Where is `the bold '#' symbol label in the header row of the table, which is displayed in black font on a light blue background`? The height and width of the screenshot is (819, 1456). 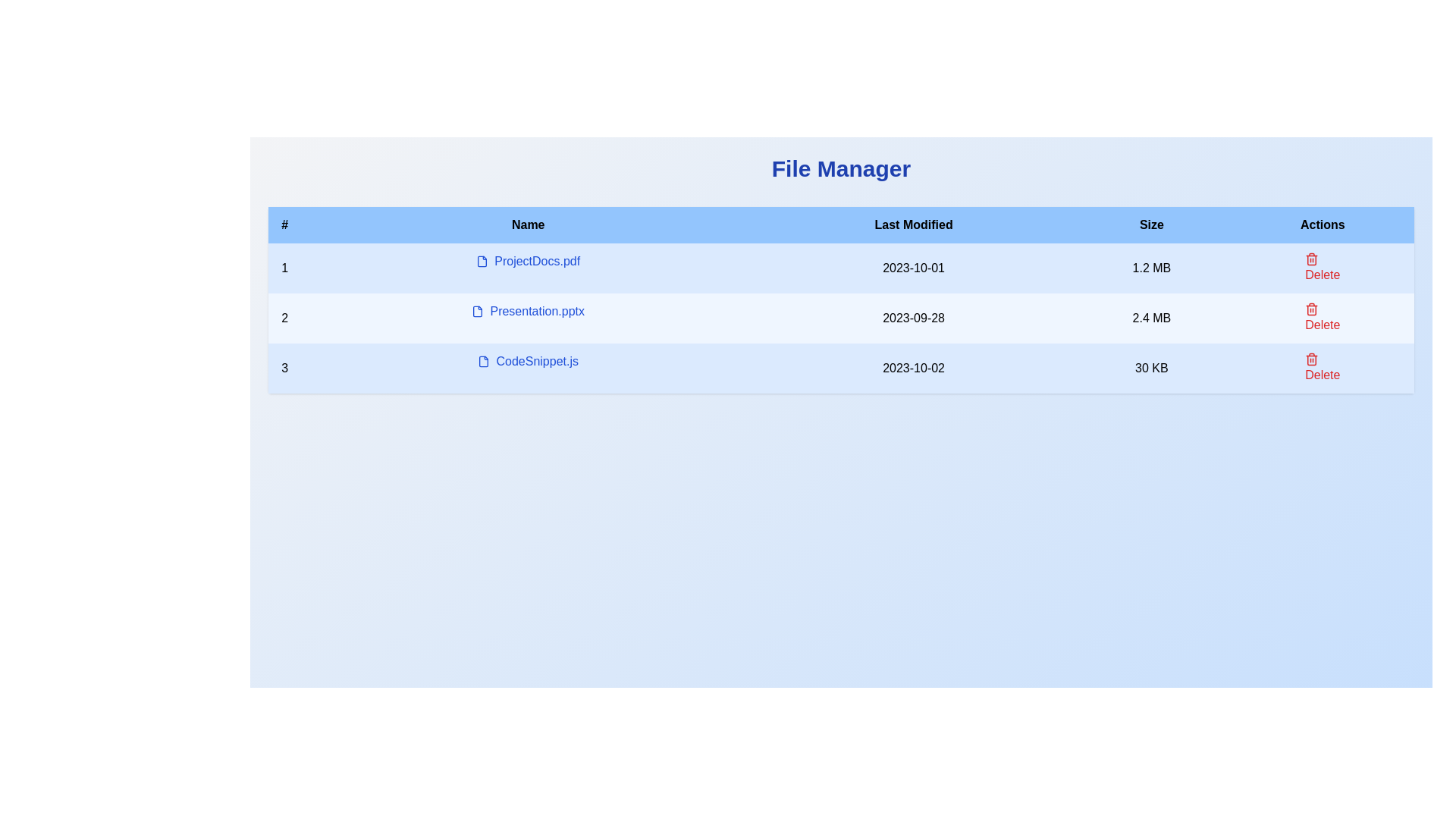
the bold '#' symbol label in the header row of the table, which is displayed in black font on a light blue background is located at coordinates (284, 225).